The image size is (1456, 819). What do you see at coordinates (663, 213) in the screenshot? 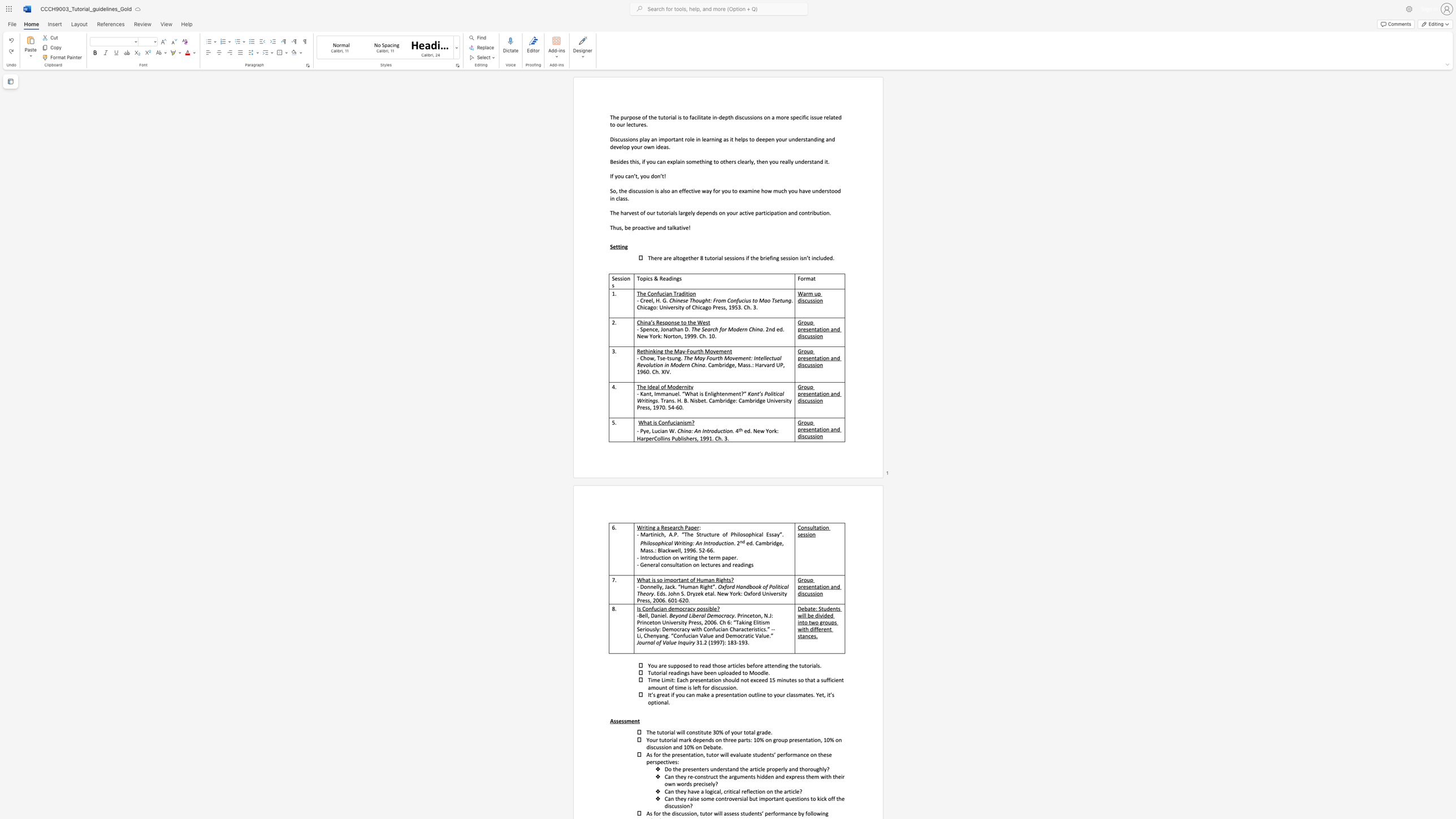
I see `the subset text "or" within the text "The harvest of our tutorials largely depends on your active participation and contribution."` at bounding box center [663, 213].